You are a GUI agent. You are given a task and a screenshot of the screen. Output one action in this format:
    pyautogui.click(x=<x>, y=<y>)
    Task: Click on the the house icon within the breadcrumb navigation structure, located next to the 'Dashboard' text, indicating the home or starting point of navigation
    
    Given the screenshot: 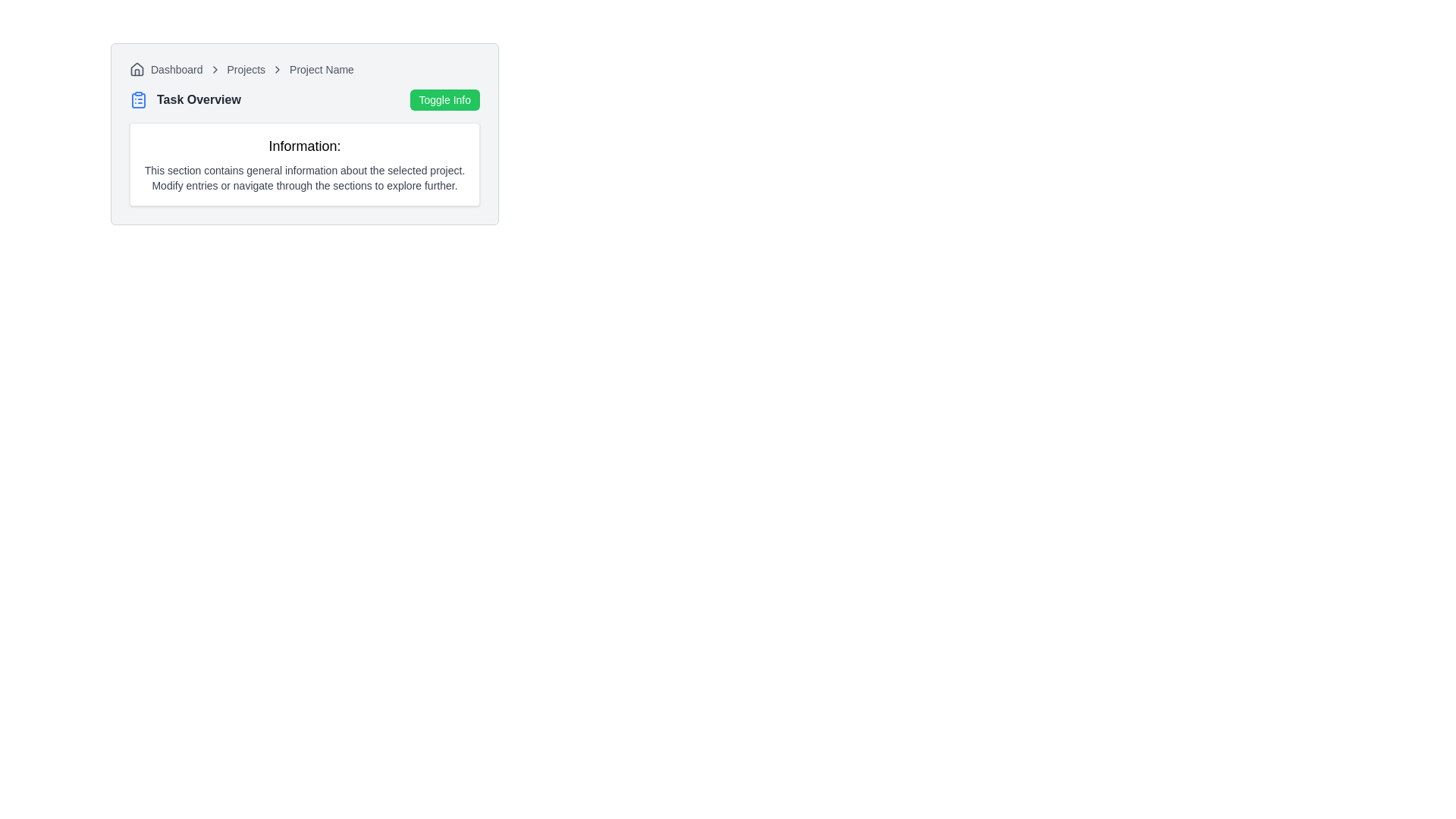 What is the action you would take?
    pyautogui.click(x=137, y=69)
    